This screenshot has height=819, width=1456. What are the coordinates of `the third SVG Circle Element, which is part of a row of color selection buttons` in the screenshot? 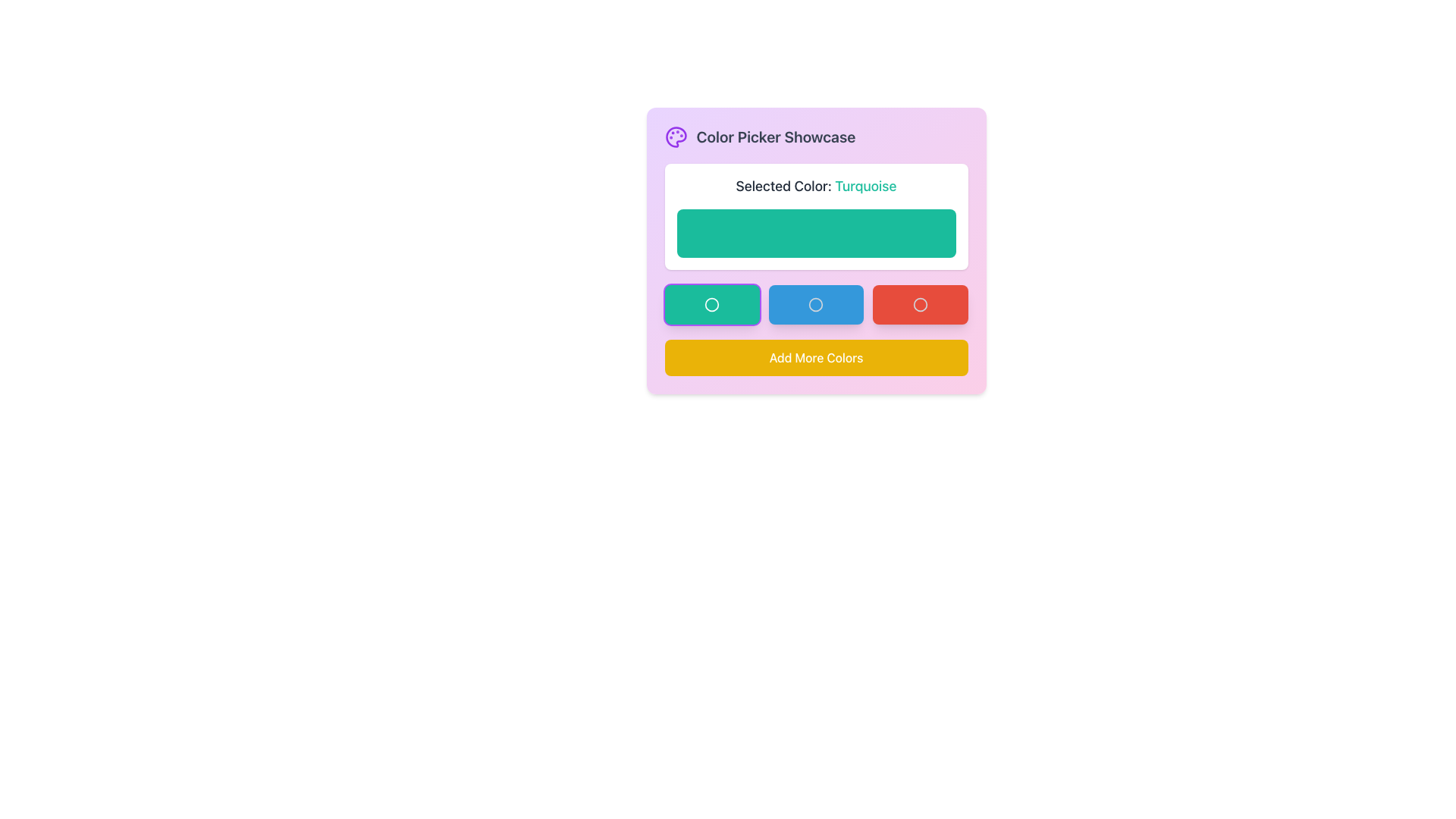 It's located at (919, 304).